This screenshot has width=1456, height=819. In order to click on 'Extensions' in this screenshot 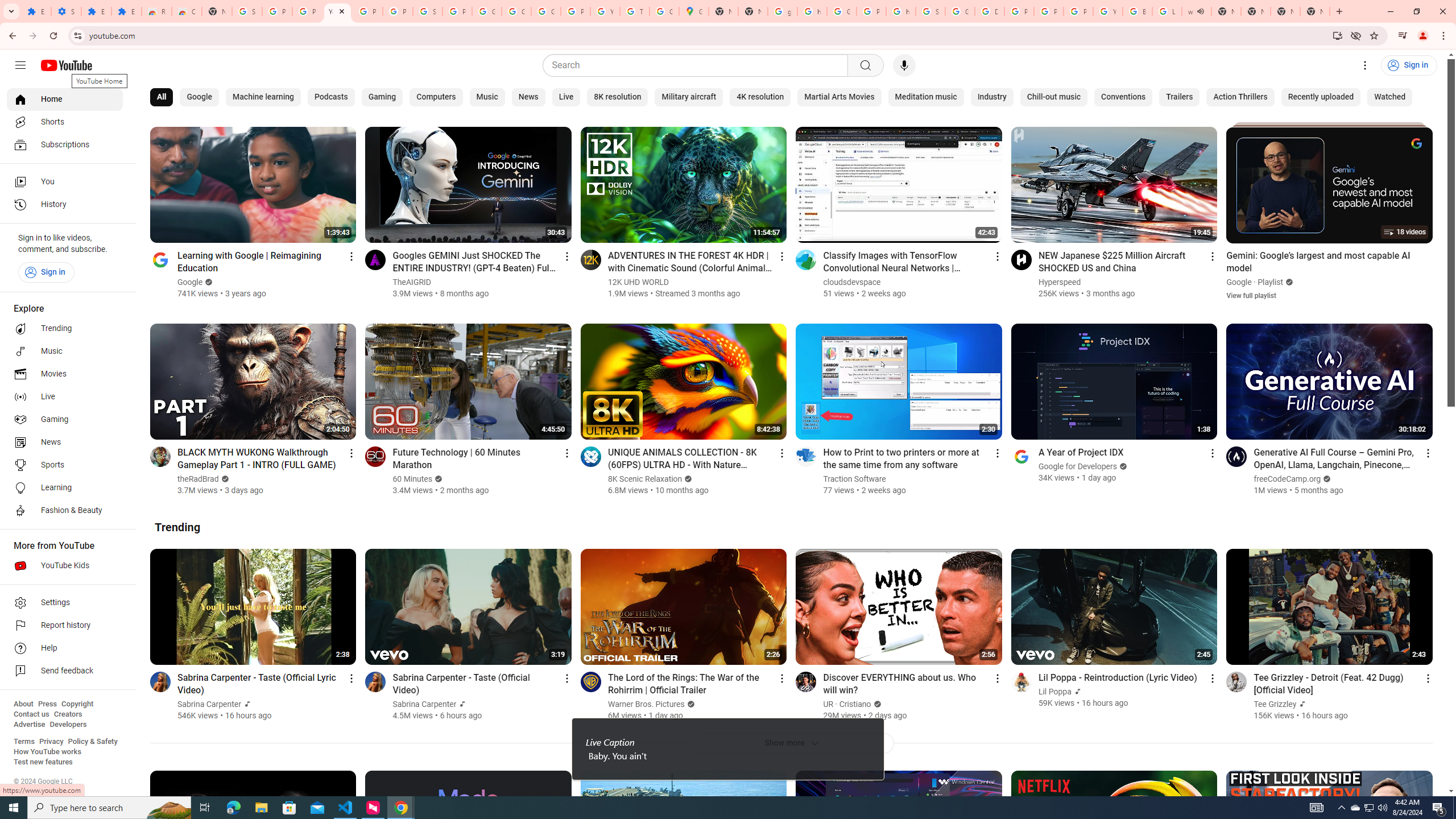, I will do `click(36, 11)`.